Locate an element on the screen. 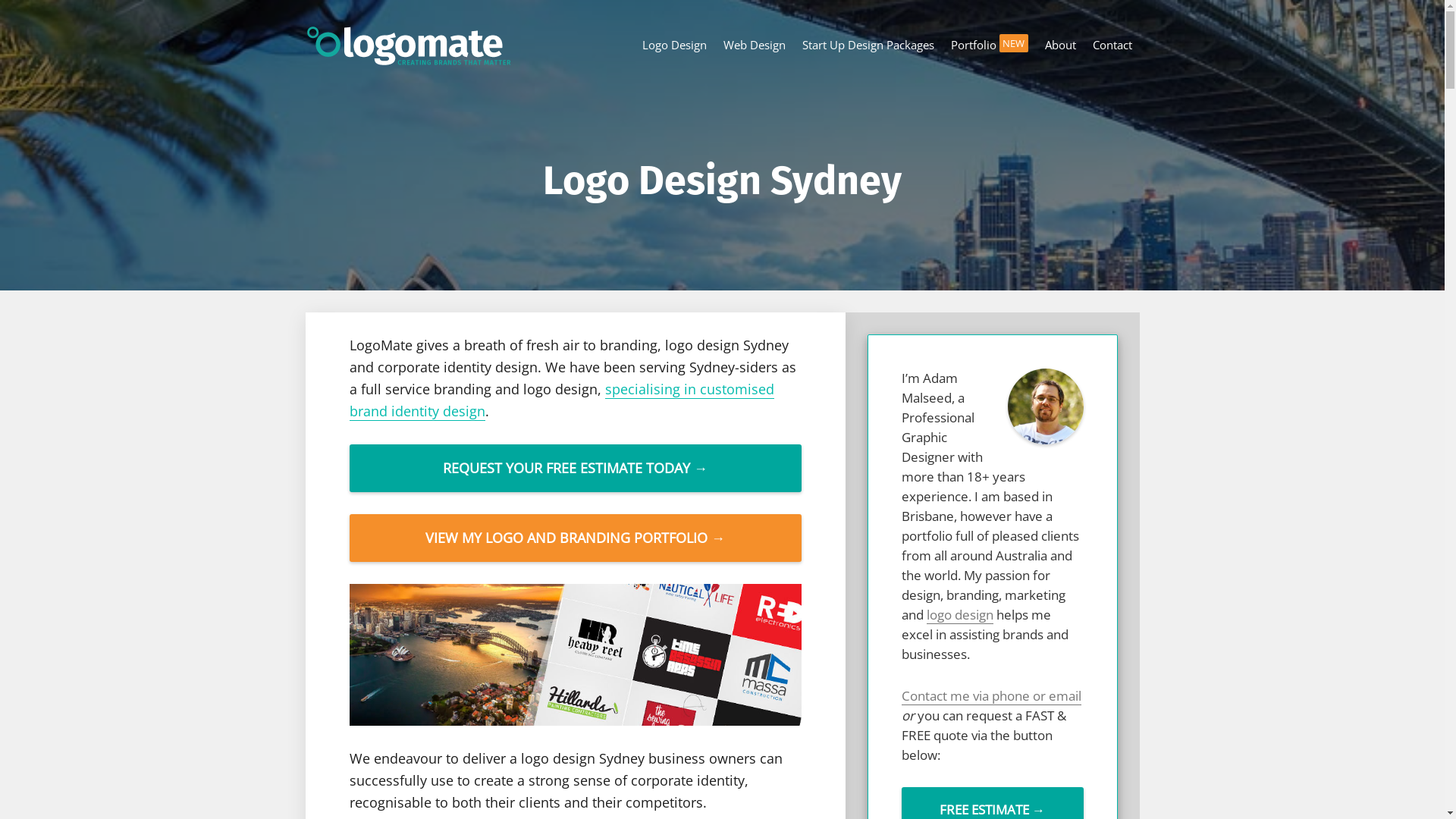  'logo design' is located at coordinates (959, 614).